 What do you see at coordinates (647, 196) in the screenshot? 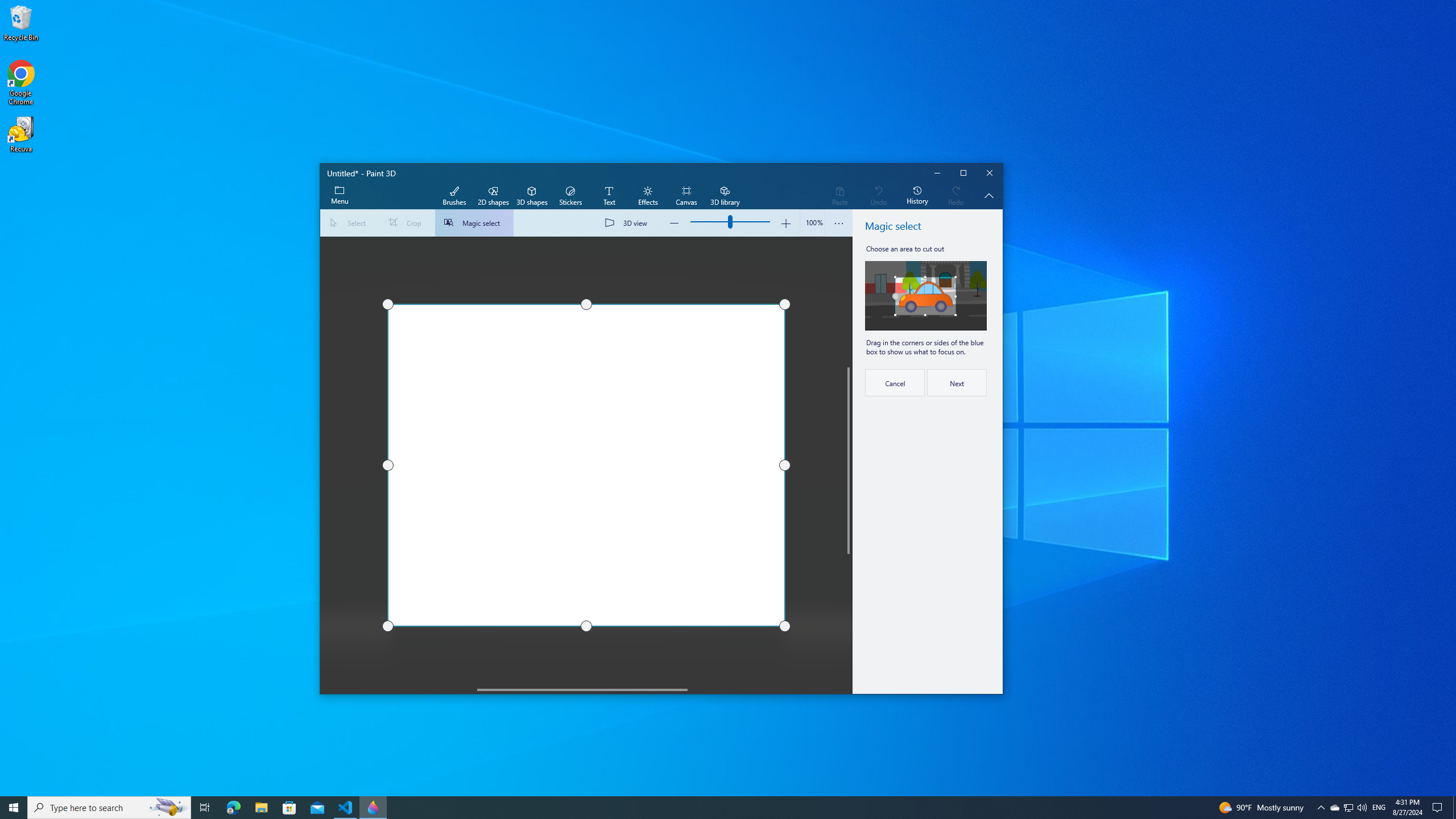
I see `'Effects'` at bounding box center [647, 196].